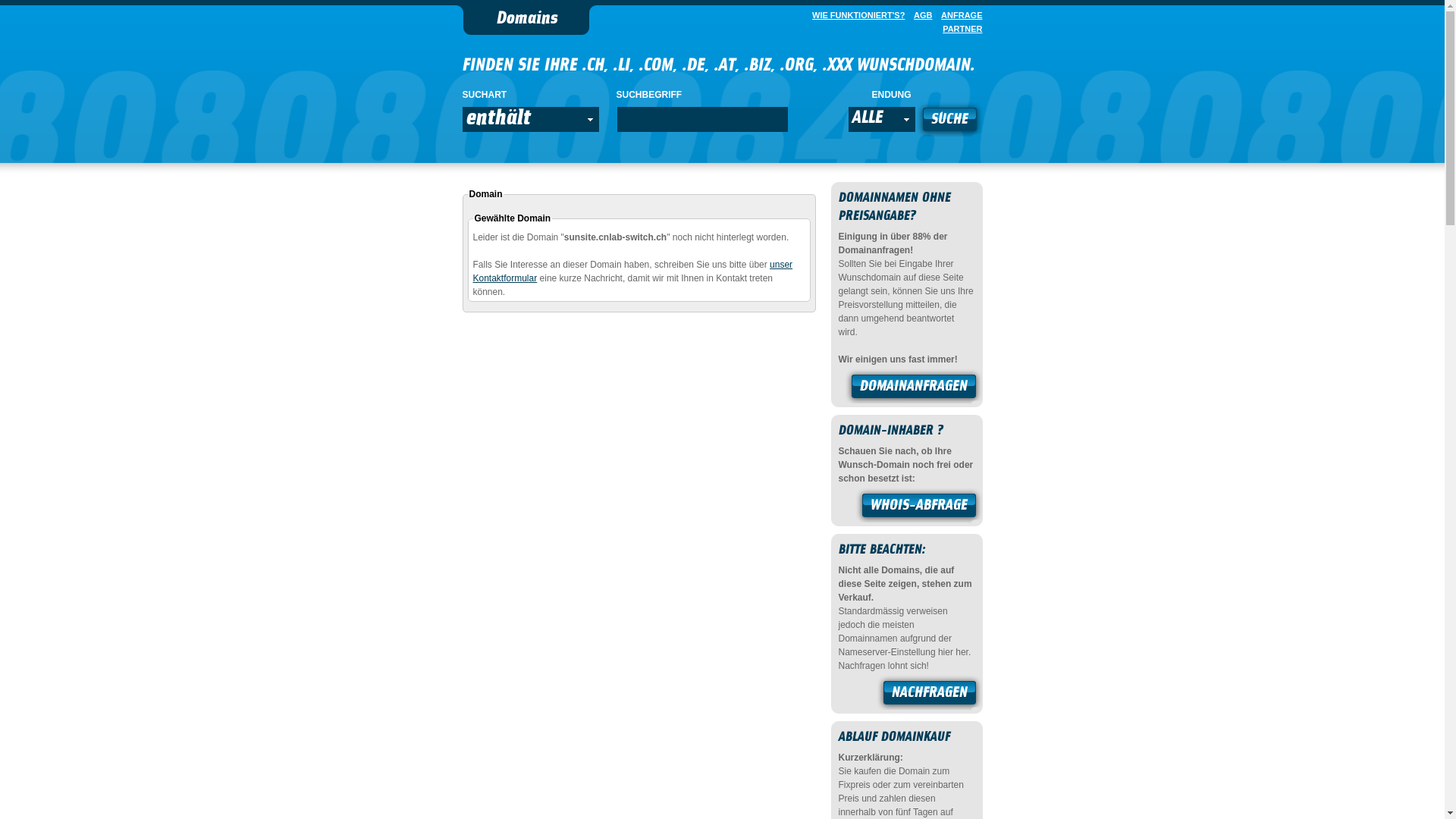  What do you see at coordinates (919, 14) in the screenshot?
I see `'AGB'` at bounding box center [919, 14].